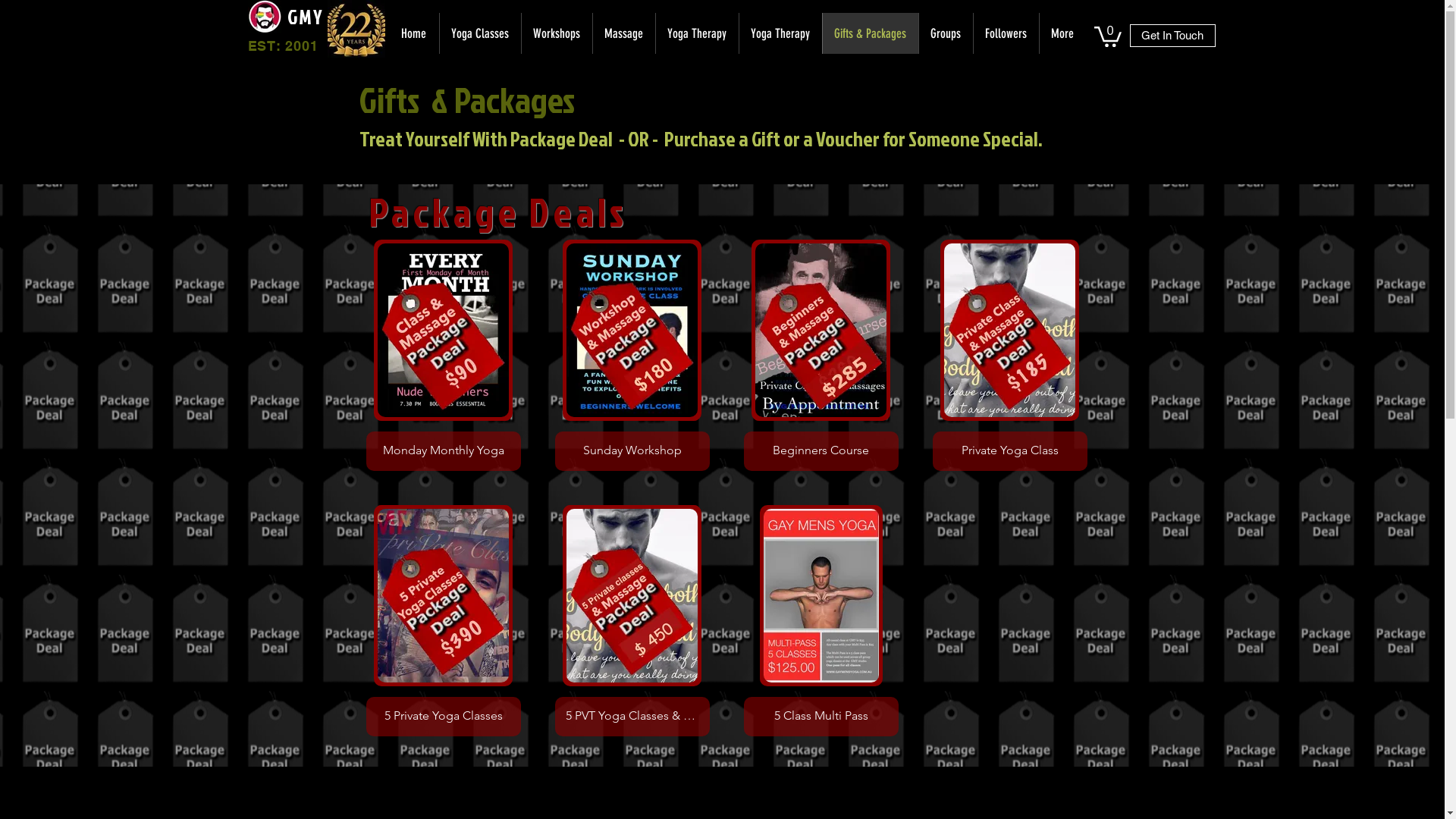 The image size is (1456, 819). Describe the element at coordinates (944, 33) in the screenshot. I see `'Groups'` at that location.